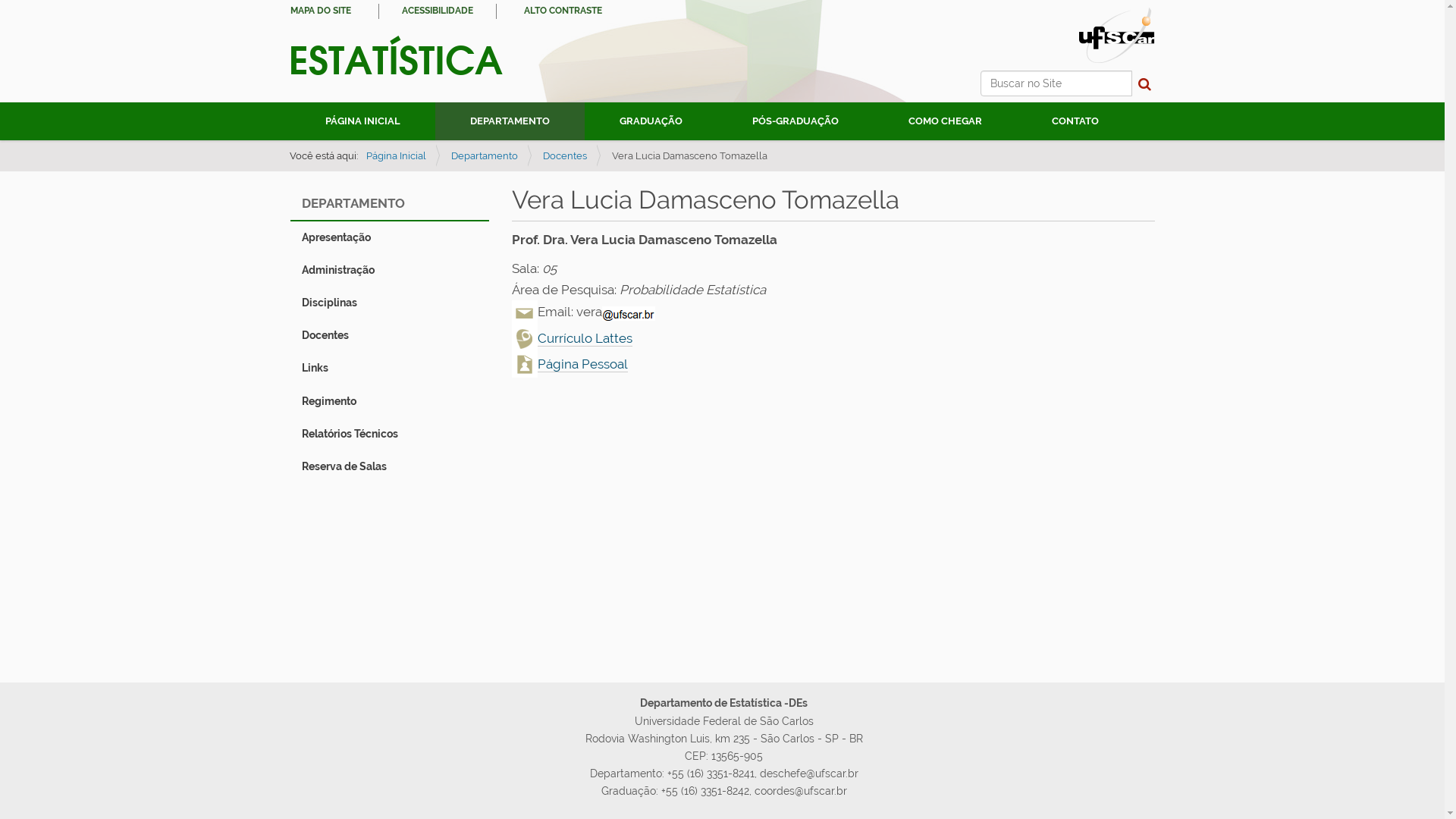  What do you see at coordinates (450, 155) in the screenshot?
I see `'Departamento'` at bounding box center [450, 155].